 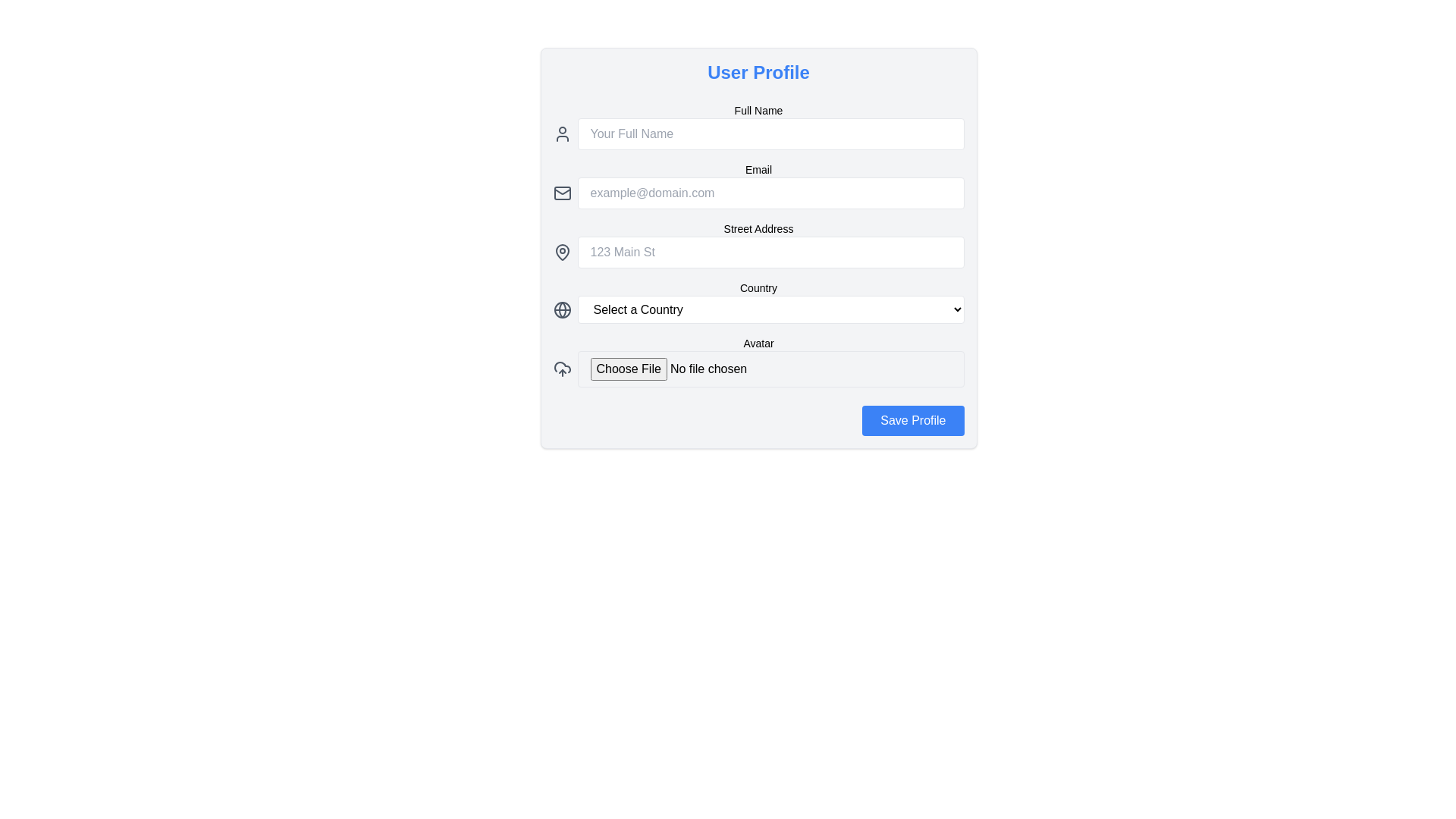 What do you see at coordinates (770, 369) in the screenshot?
I see `the File input field labeled 'Avatar'` at bounding box center [770, 369].